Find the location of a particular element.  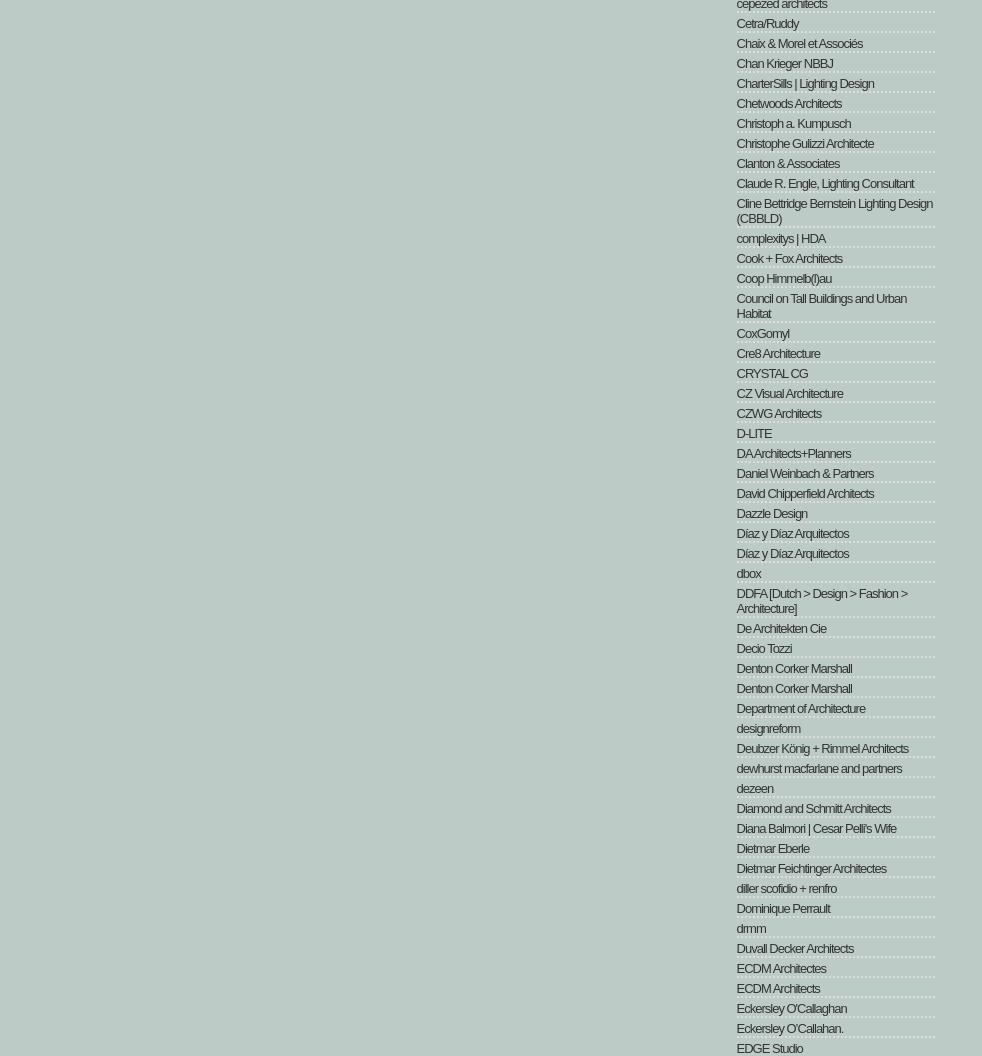

'Dazzle Design' is located at coordinates (735, 512).